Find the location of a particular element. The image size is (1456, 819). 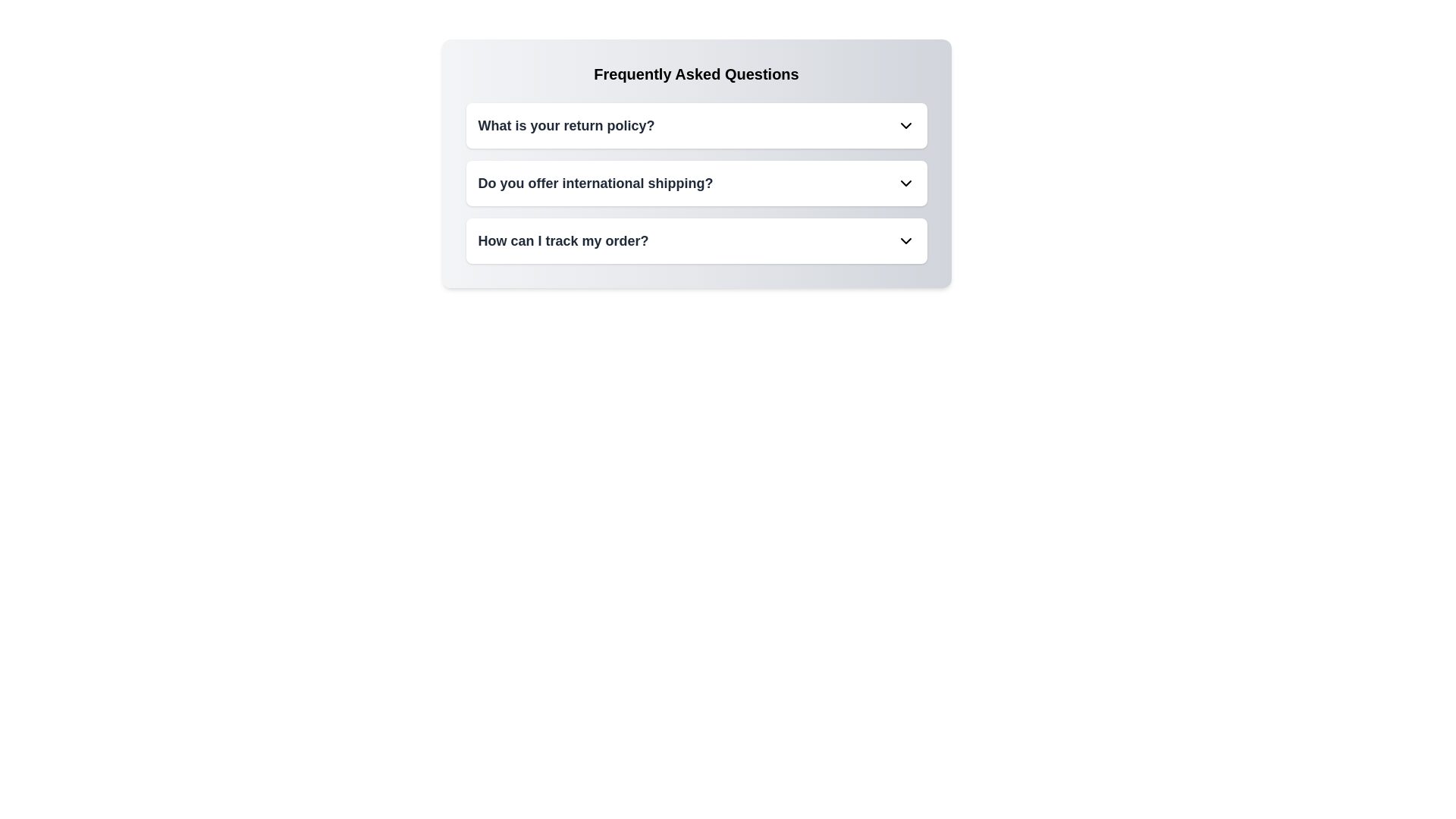

the FAQ item corresponding to What is your return policy? to expand or collapse it is located at coordinates (695, 124).